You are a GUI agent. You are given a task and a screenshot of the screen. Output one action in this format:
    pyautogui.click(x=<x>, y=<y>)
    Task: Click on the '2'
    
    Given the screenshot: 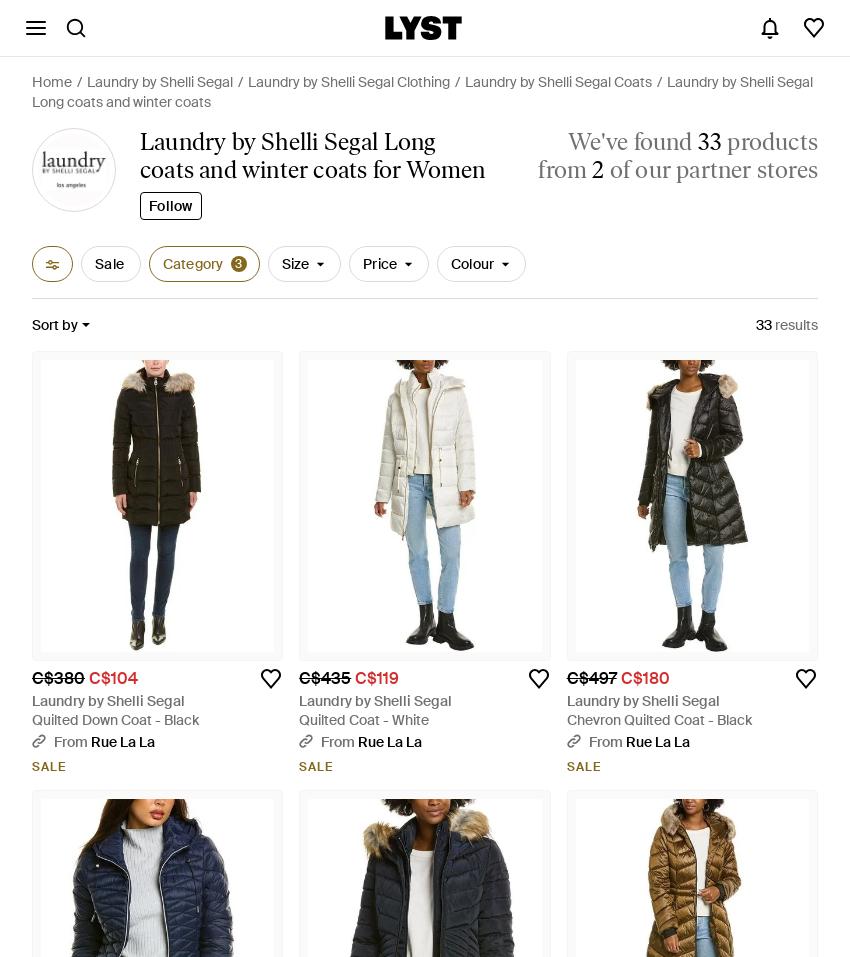 What is the action you would take?
    pyautogui.click(x=596, y=169)
    